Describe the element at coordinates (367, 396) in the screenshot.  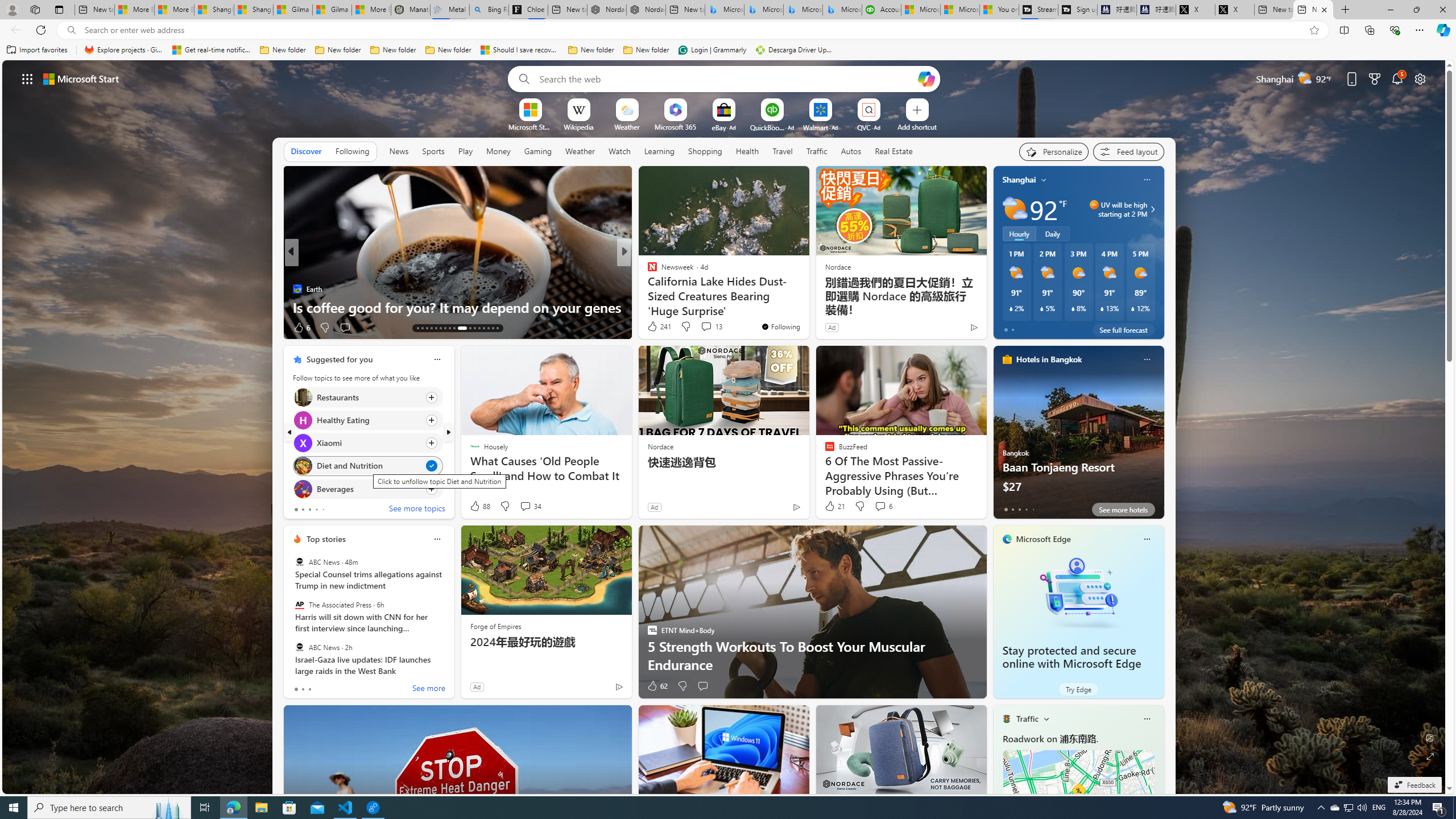
I see `'Click to follow topic Restaurants'` at that location.